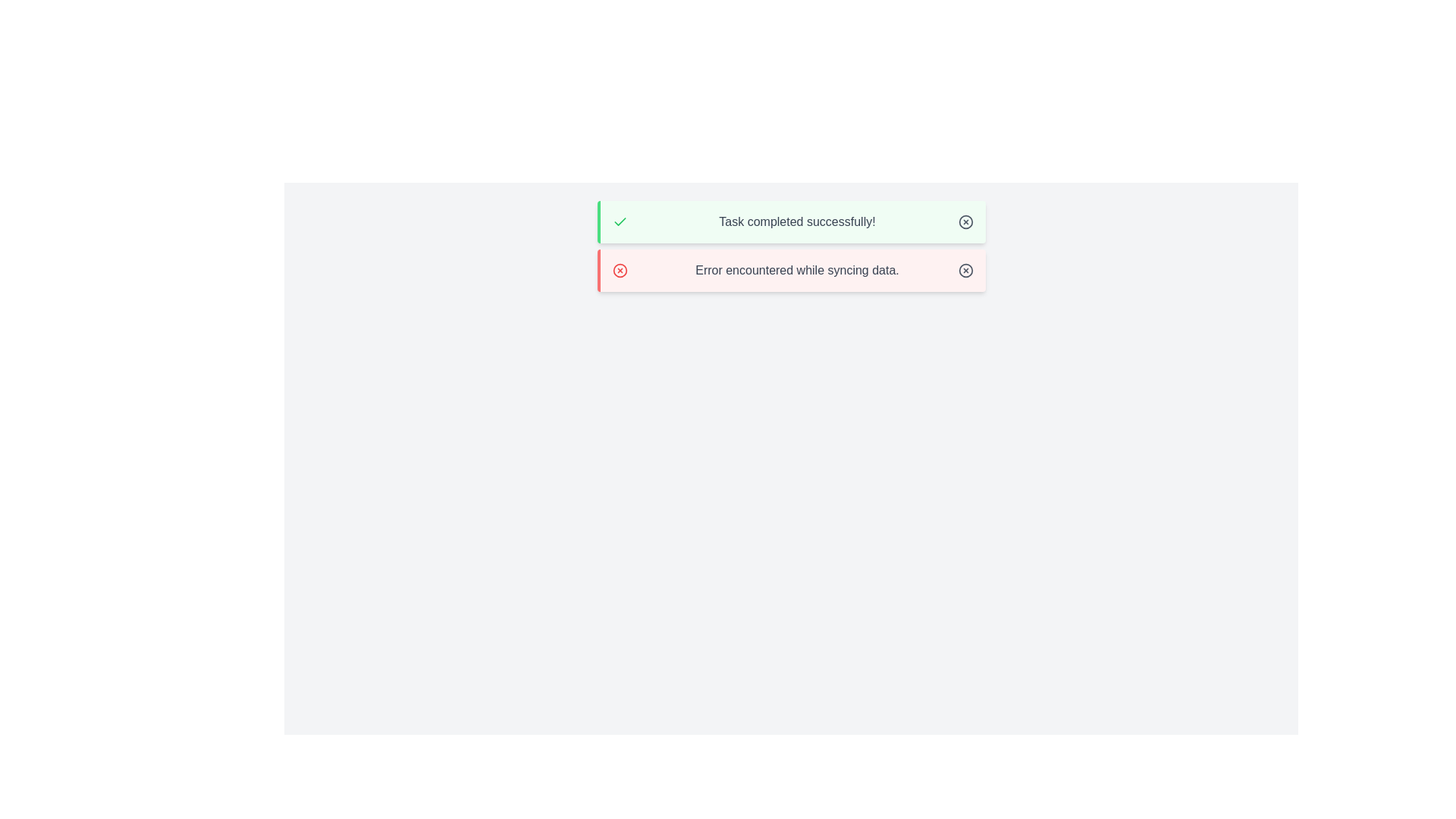  Describe the element at coordinates (965, 222) in the screenshot. I see `the dismiss button located at the far-right end of the notification bar that displays the message 'Task completed successfully!'` at that location.